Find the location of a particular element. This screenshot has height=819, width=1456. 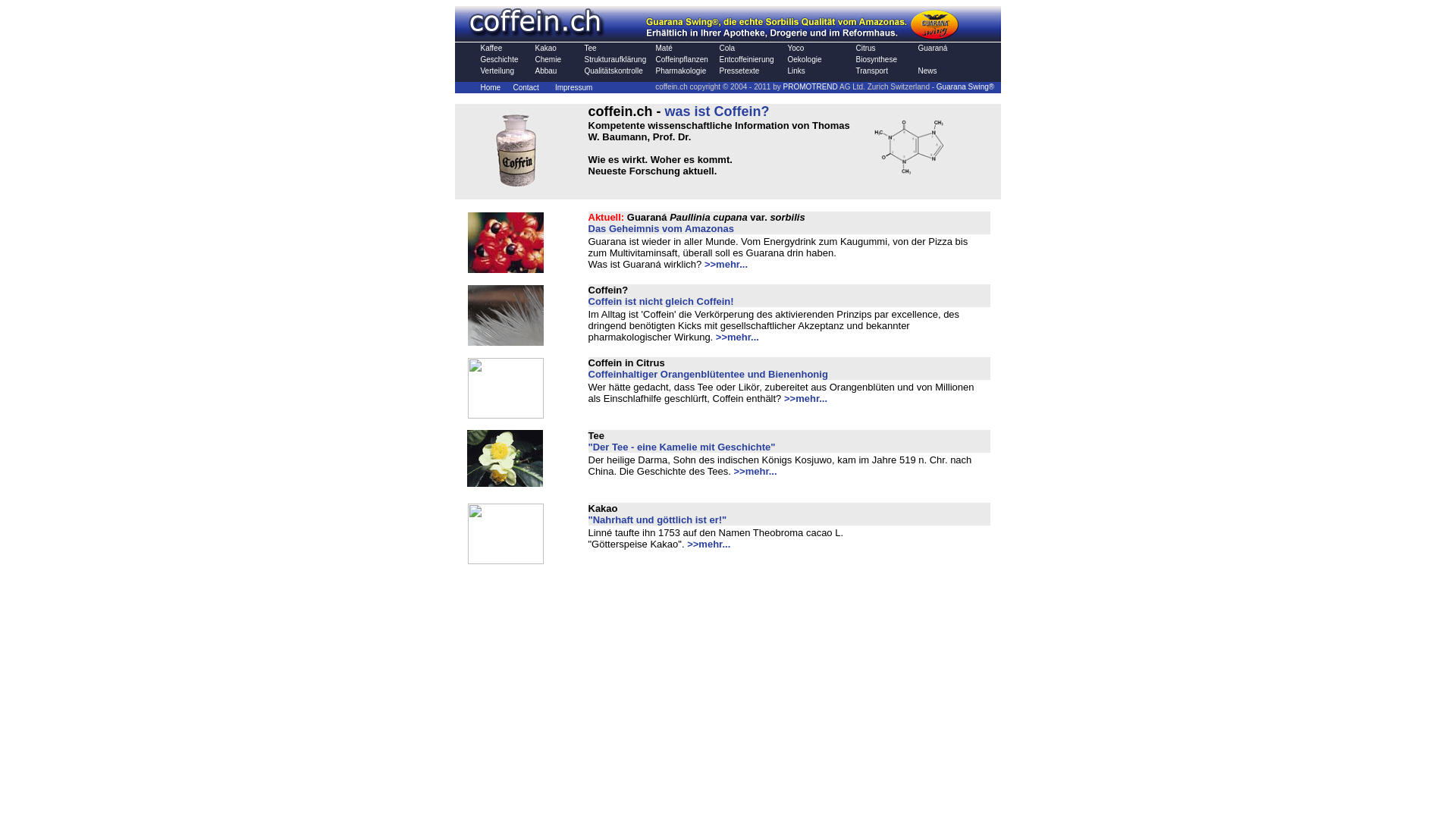

'Citrus' is located at coordinates (855, 47).